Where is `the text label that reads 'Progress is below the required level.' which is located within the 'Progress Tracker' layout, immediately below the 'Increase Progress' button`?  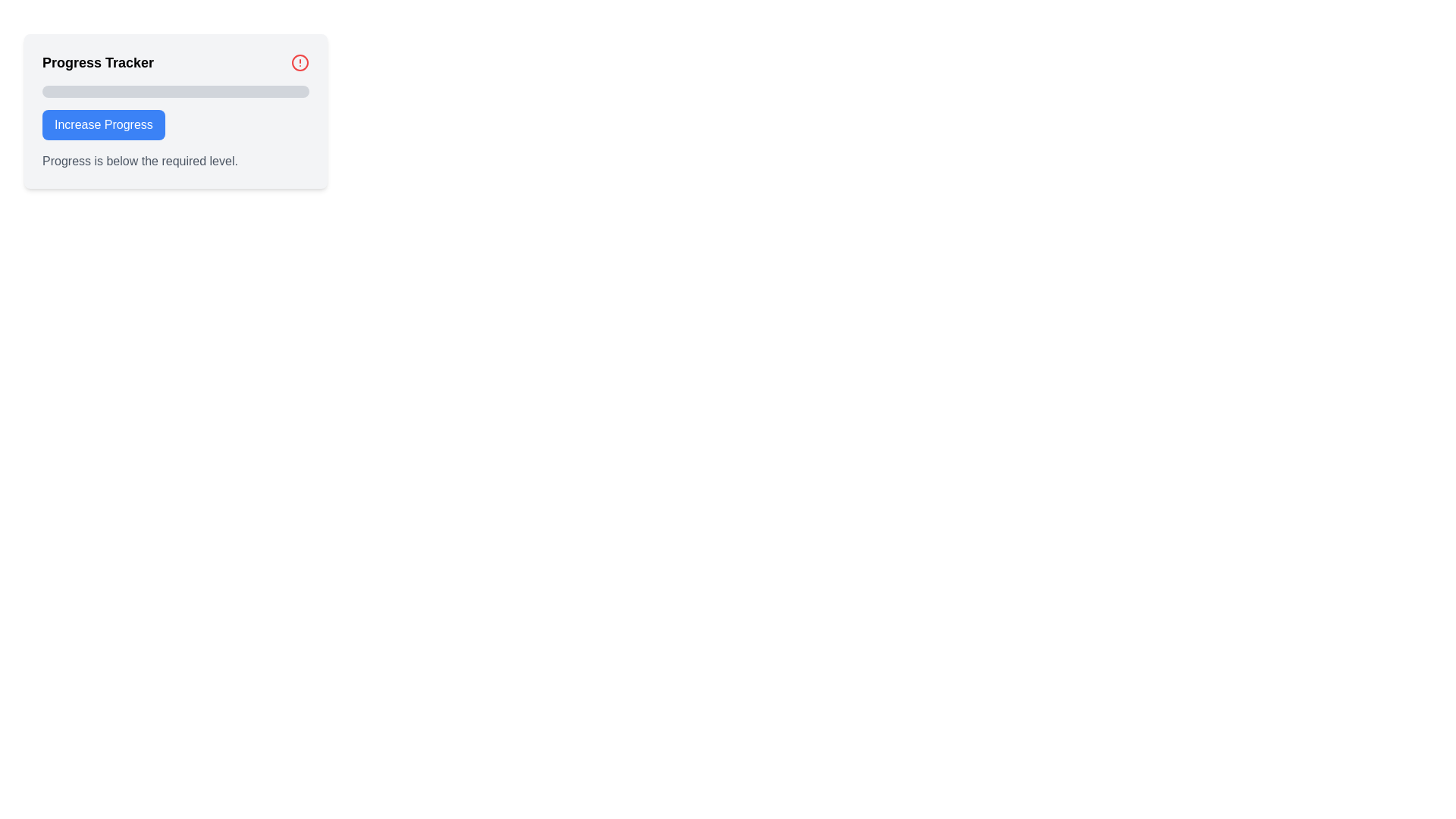 the text label that reads 'Progress is below the required level.' which is located within the 'Progress Tracker' layout, immediately below the 'Increase Progress' button is located at coordinates (140, 161).